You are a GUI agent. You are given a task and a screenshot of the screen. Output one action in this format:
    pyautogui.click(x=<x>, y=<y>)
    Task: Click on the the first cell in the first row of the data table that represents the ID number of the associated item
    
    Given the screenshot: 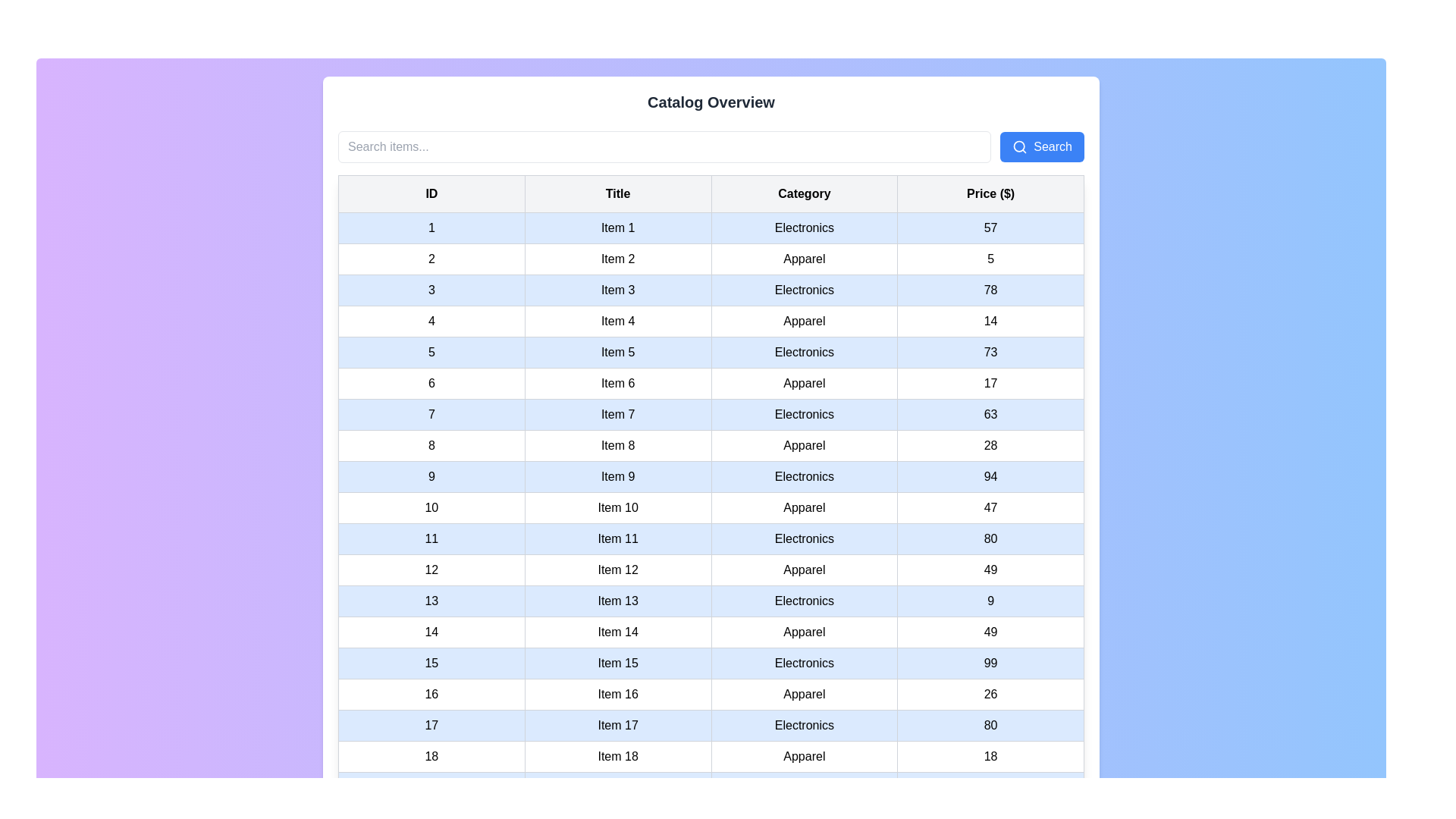 What is the action you would take?
    pyautogui.click(x=431, y=227)
    